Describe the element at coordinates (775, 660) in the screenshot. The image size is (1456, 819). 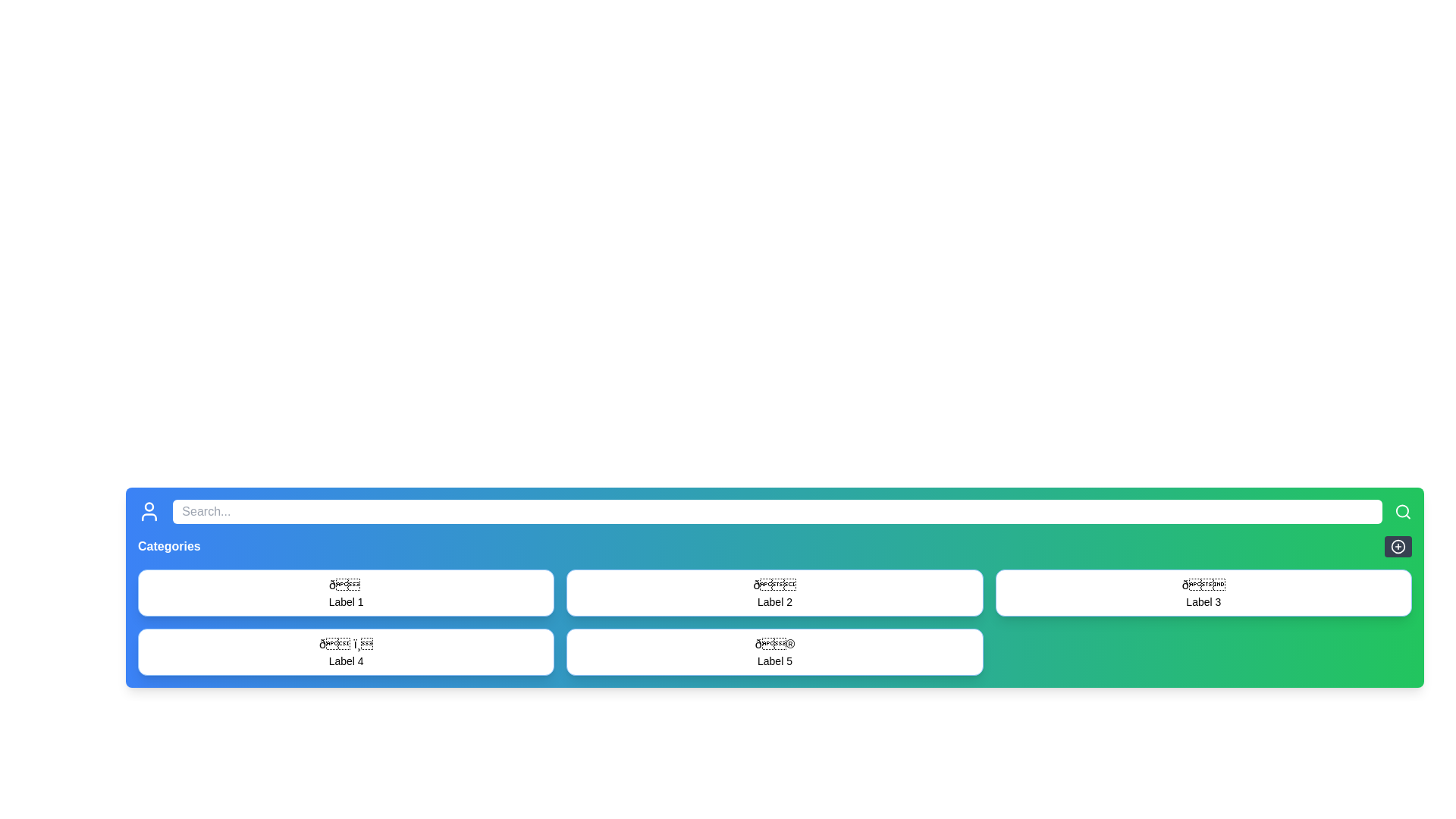
I see `text content of the Text Label that displays 'Label 5', which is located below a graphical symbol in the bottom-right section of a grid layout` at that location.